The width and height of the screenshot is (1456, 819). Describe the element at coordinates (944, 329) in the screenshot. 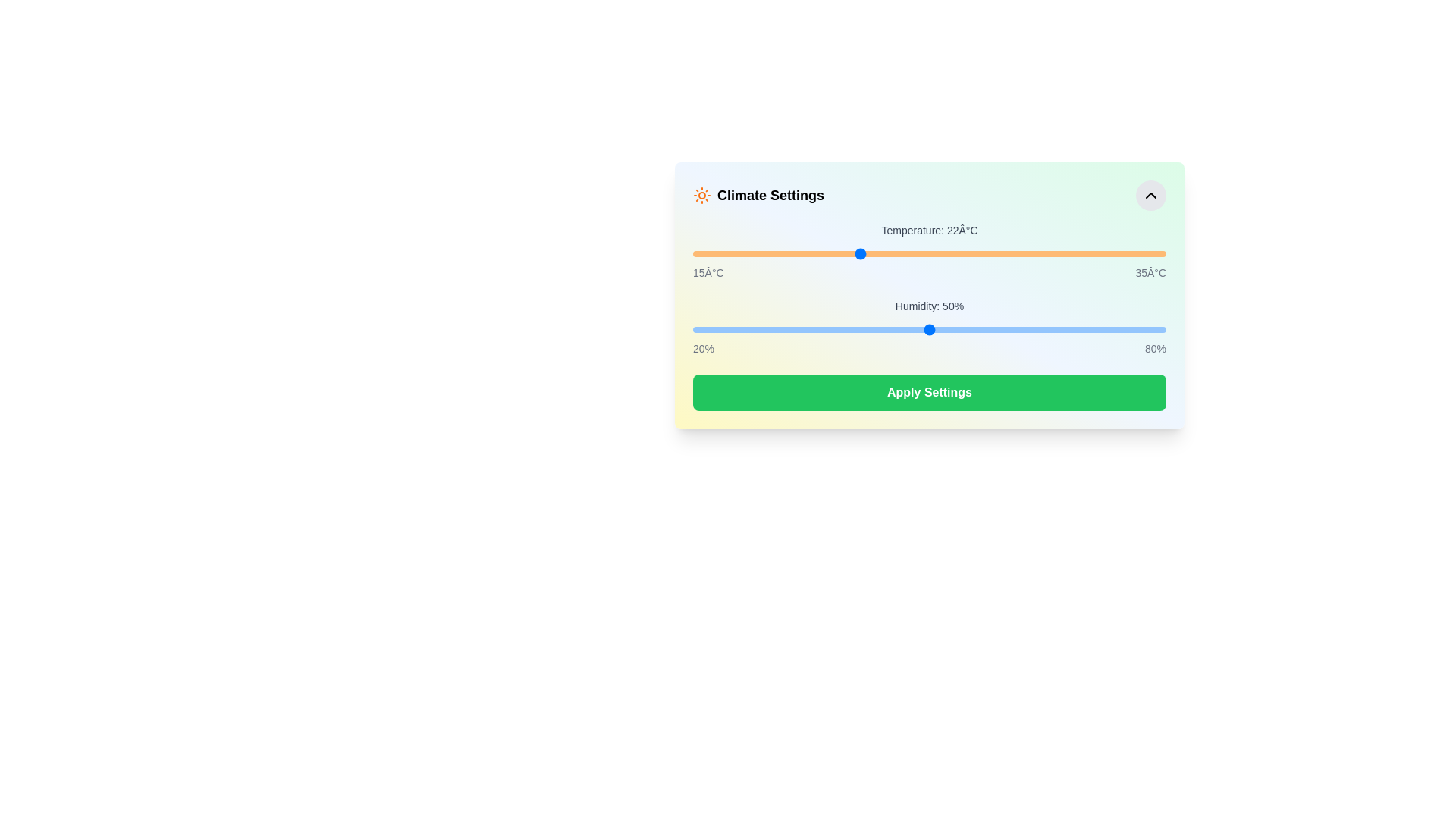

I see `humidity` at that location.